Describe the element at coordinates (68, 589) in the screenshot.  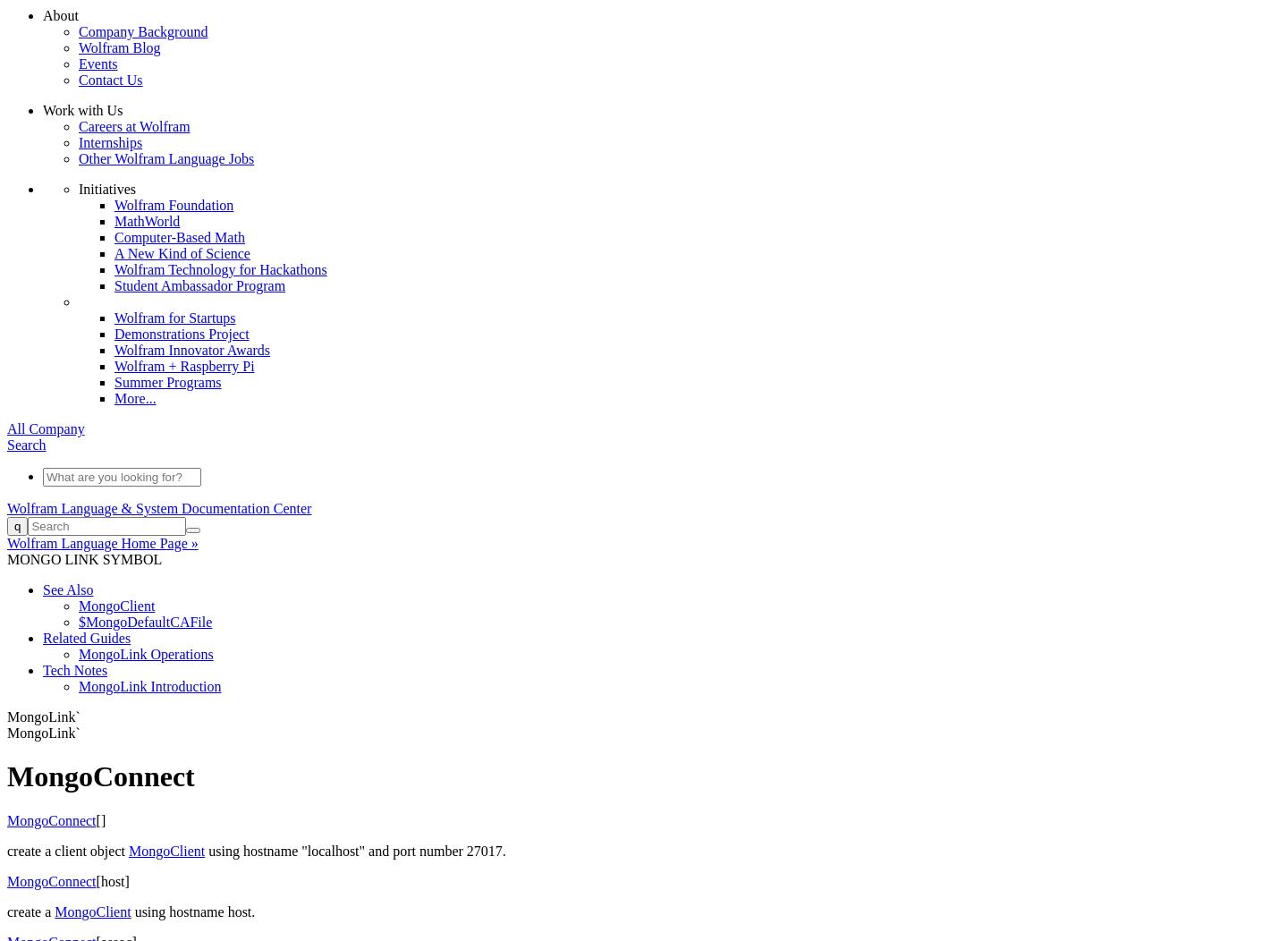
I see `'See Also'` at that location.